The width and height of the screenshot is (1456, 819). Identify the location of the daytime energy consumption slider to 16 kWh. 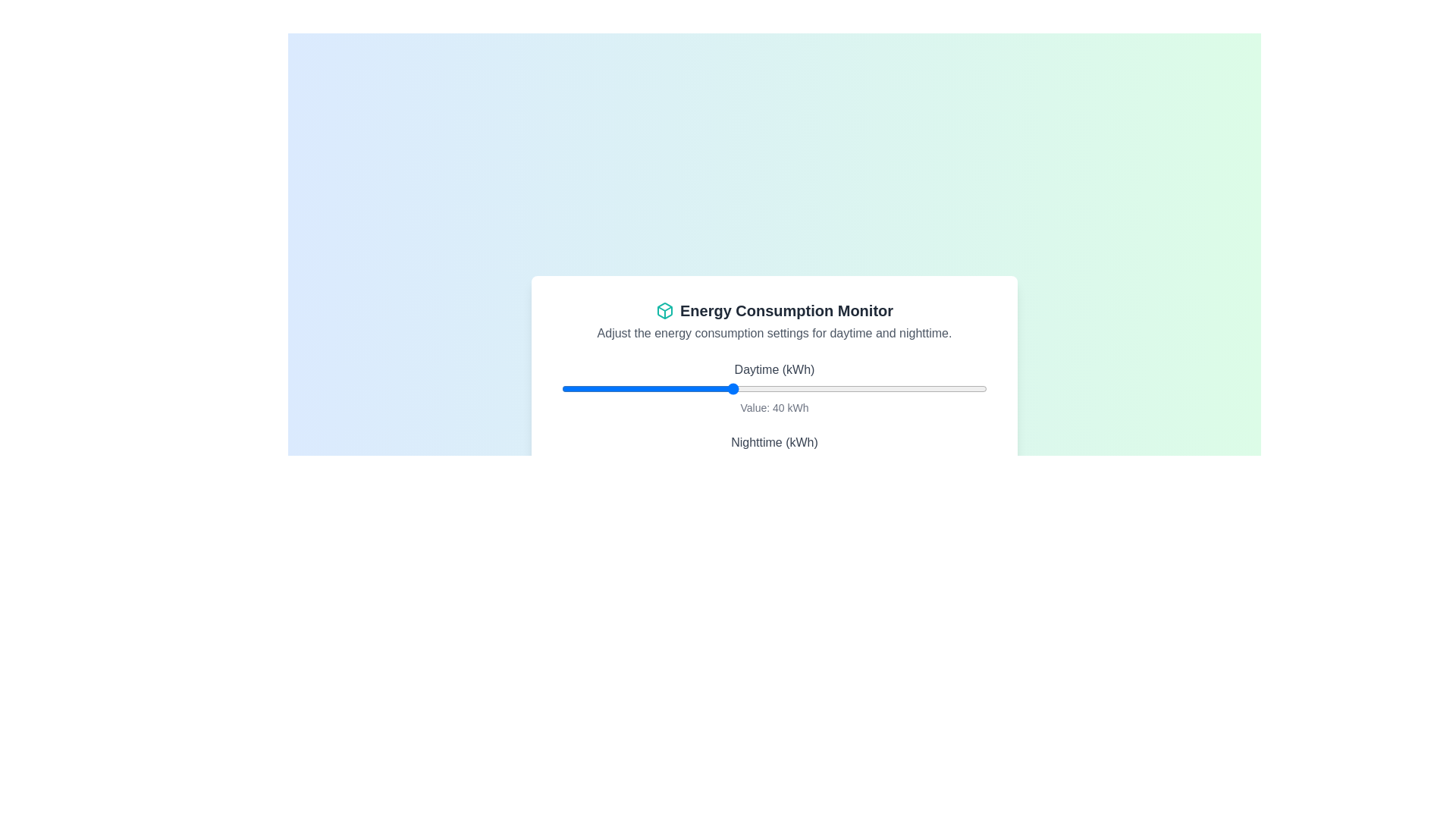
(629, 388).